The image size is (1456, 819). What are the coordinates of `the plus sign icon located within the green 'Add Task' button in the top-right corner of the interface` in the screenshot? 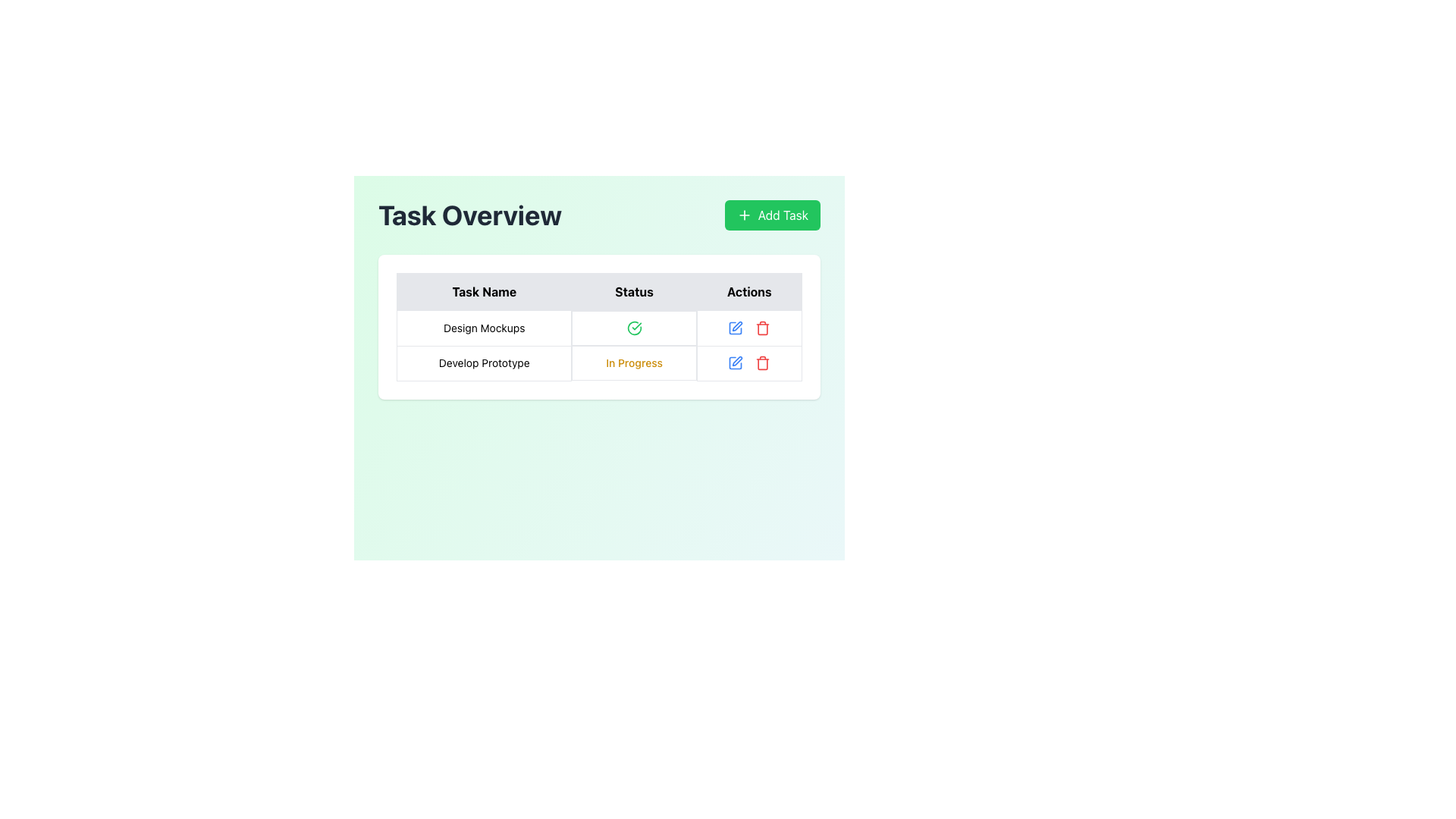 It's located at (744, 215).